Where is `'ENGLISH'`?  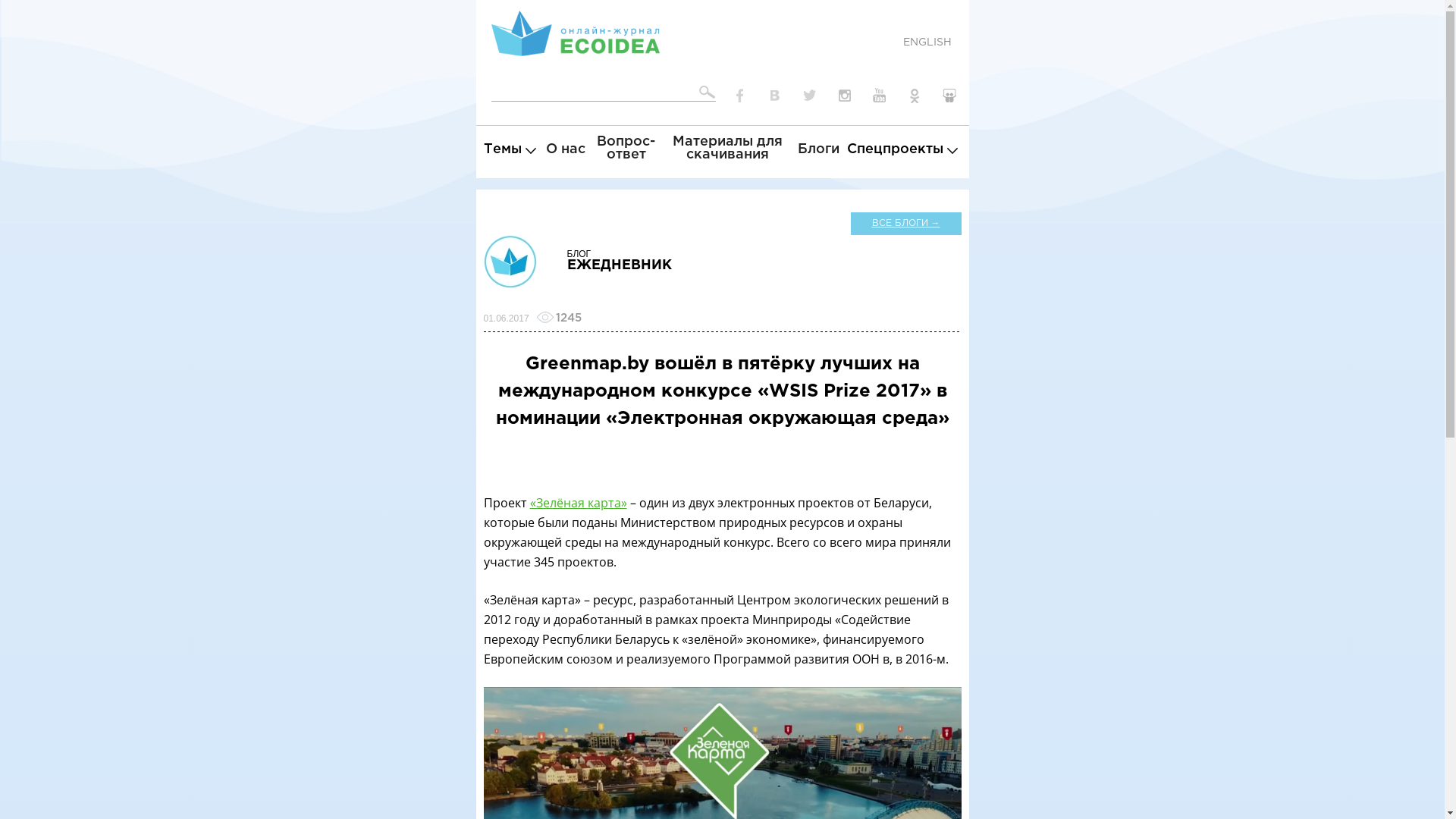
'ENGLISH' is located at coordinates (926, 42).